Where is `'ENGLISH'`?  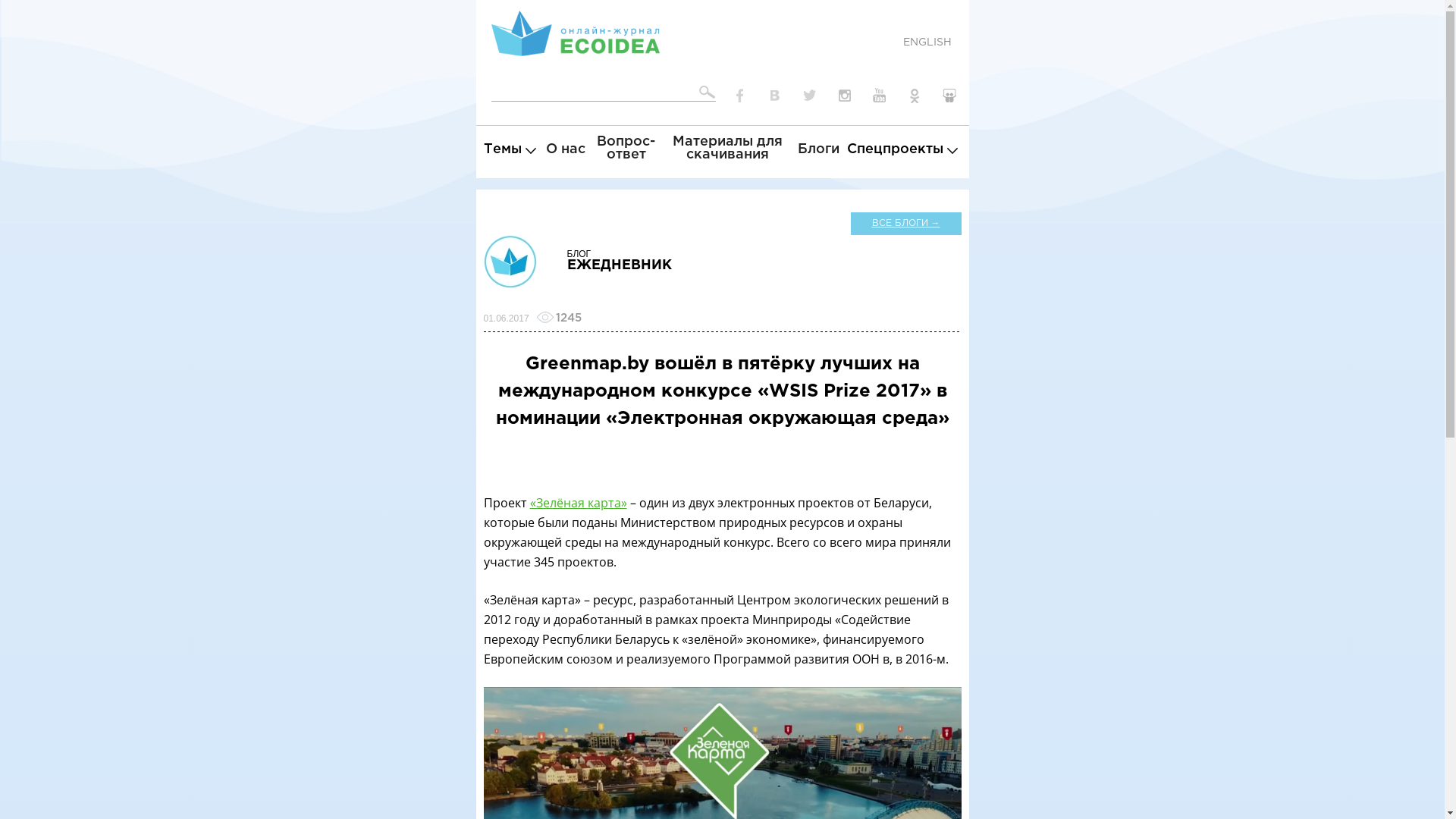
'ENGLISH' is located at coordinates (926, 42).